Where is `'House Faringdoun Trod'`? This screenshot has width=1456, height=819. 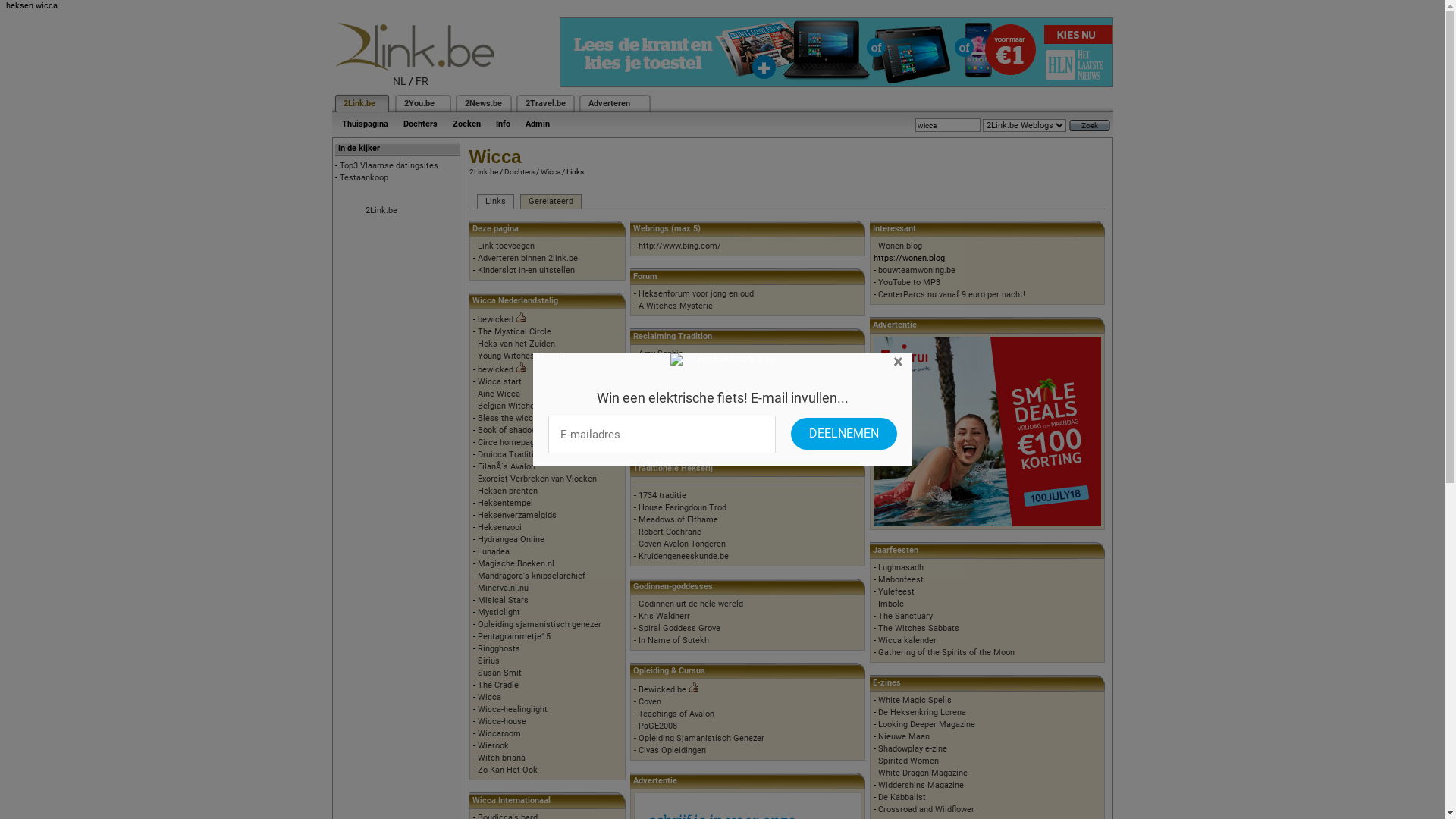
'House Faringdoun Trod' is located at coordinates (682, 507).